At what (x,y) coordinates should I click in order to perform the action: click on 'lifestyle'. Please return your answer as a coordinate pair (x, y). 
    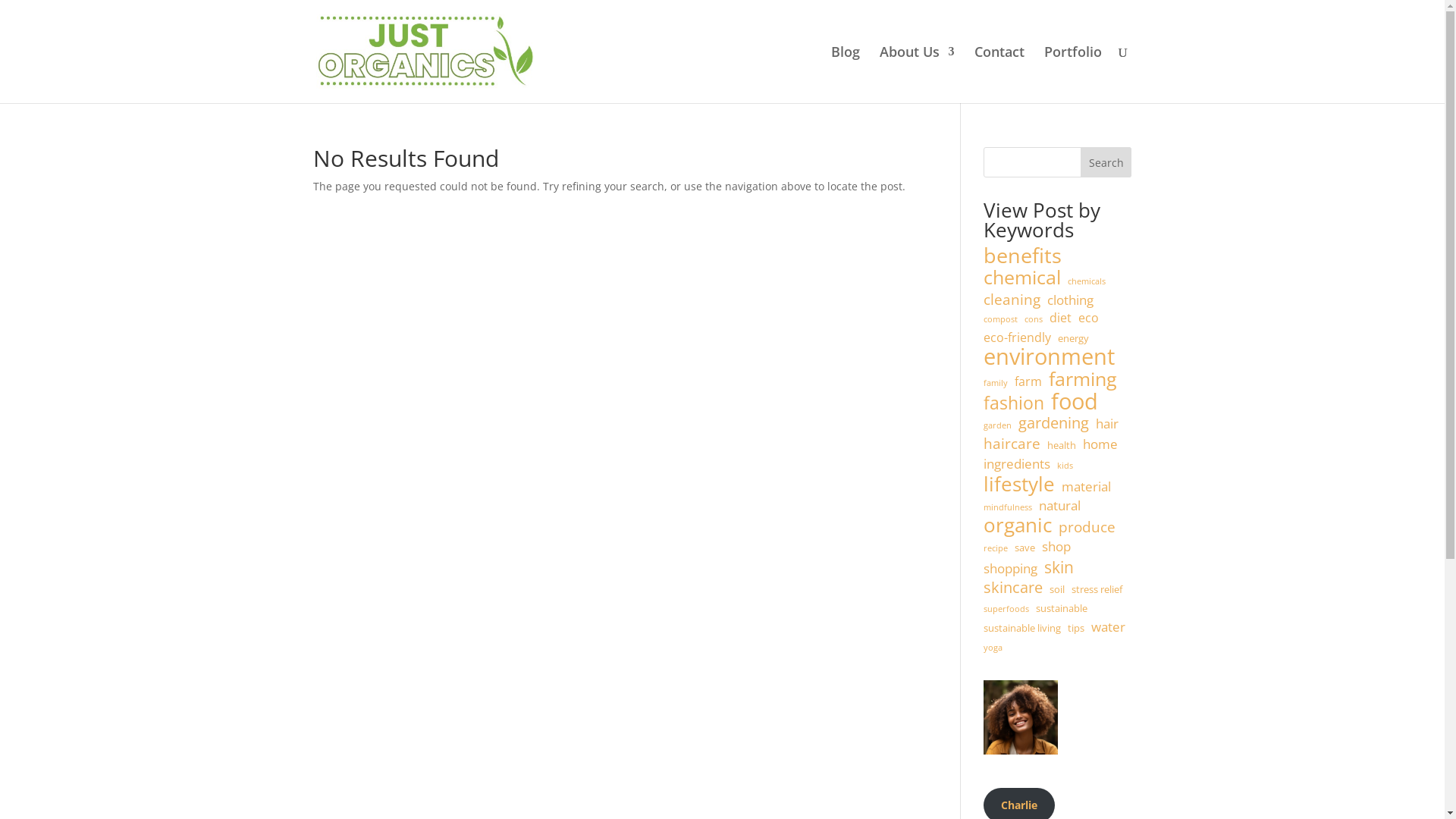
    Looking at the image, I should click on (1019, 485).